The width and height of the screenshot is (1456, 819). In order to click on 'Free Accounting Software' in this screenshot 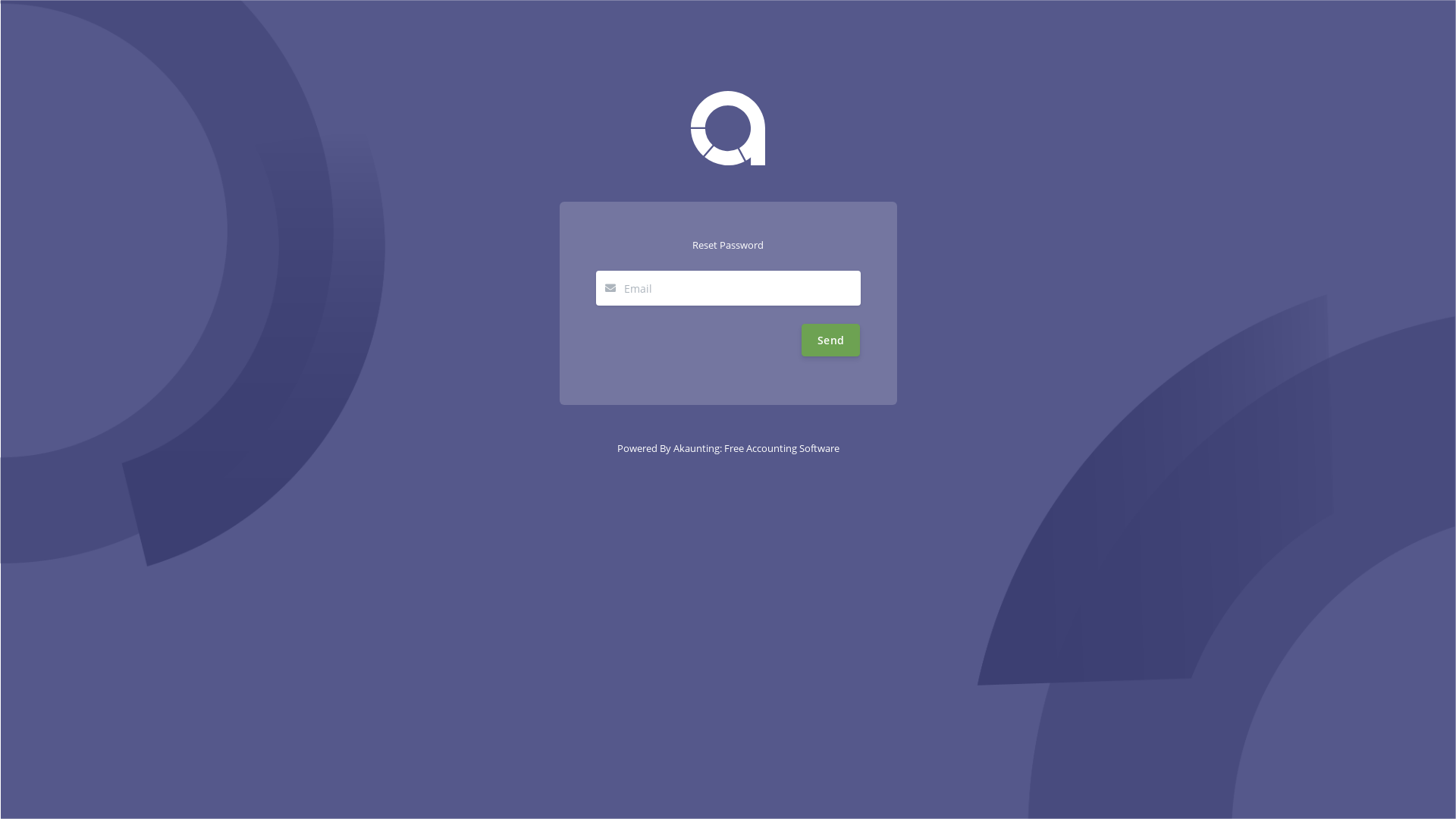, I will do `click(781, 447)`.